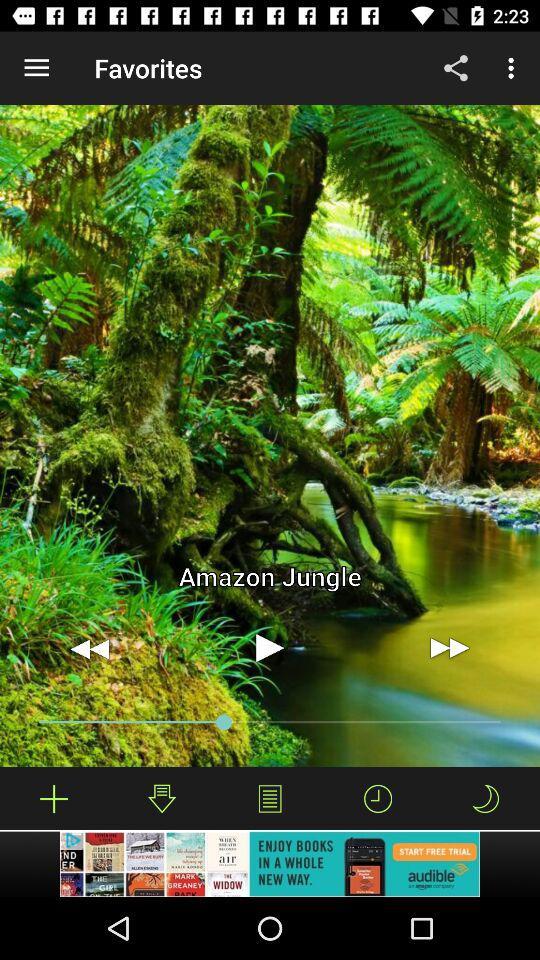  Describe the element at coordinates (54, 798) in the screenshot. I see `download music` at that location.